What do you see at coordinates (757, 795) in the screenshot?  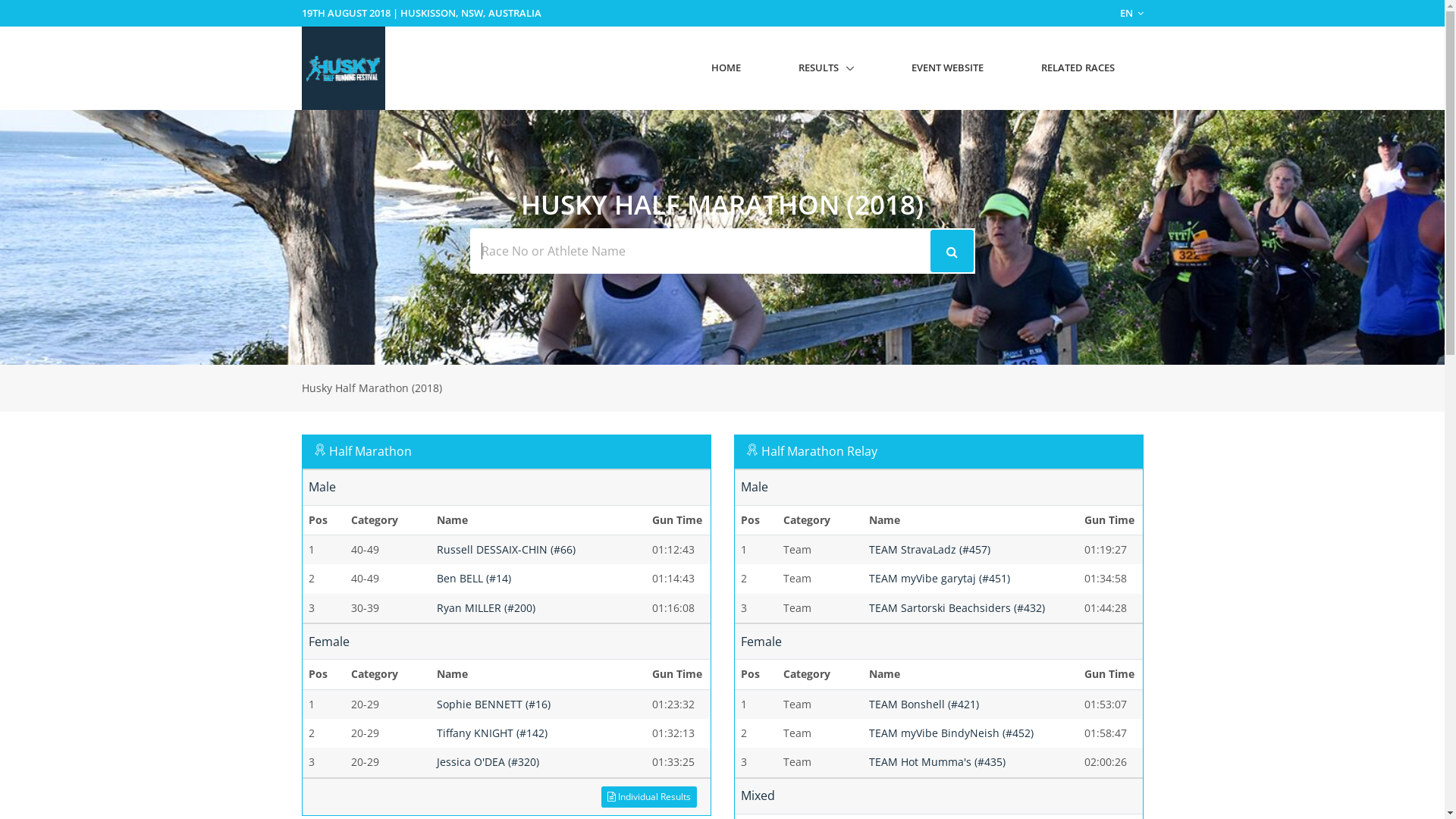 I see `'Mixed'` at bounding box center [757, 795].